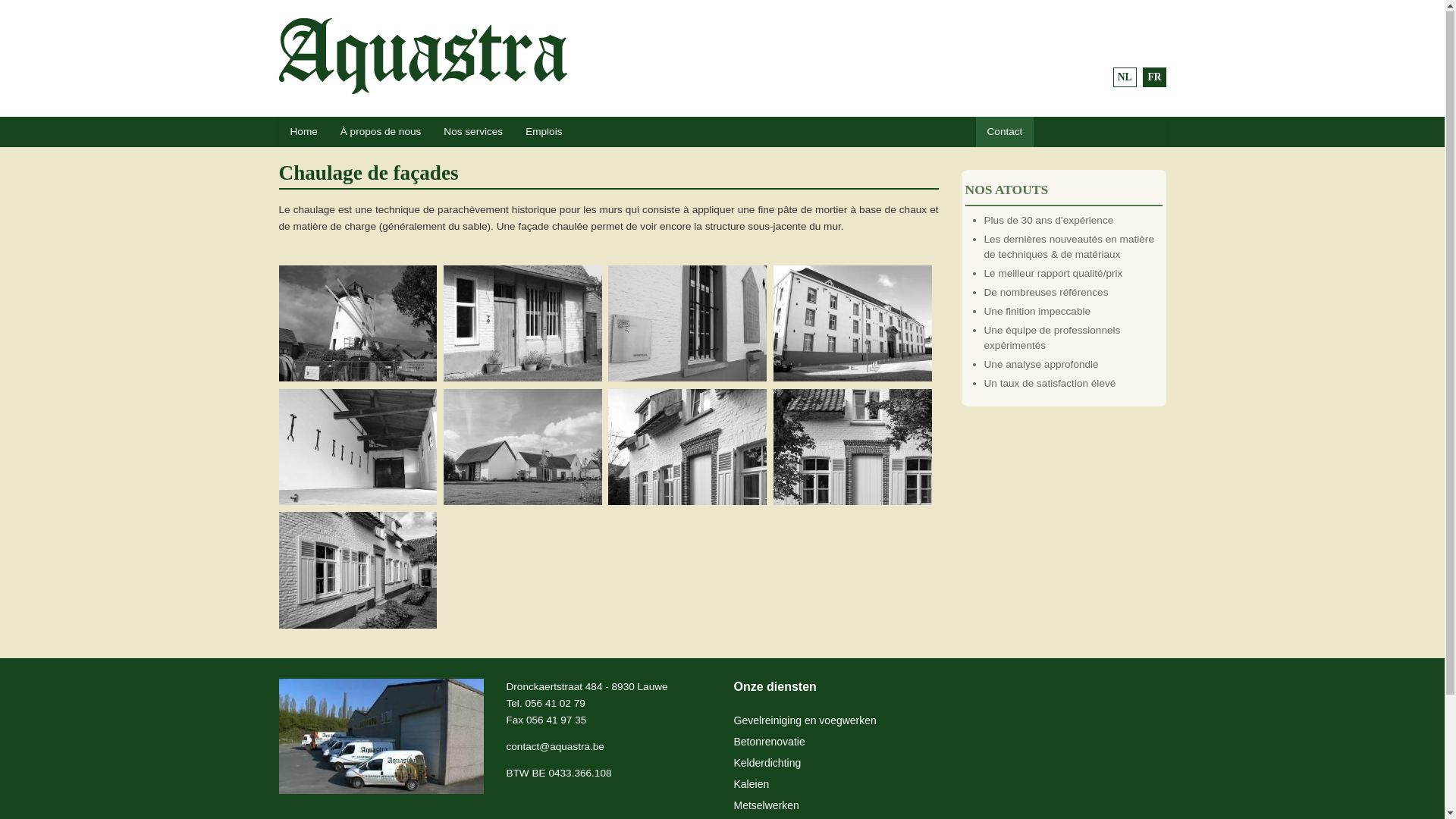  What do you see at coordinates (752, 784) in the screenshot?
I see `'Kaleien'` at bounding box center [752, 784].